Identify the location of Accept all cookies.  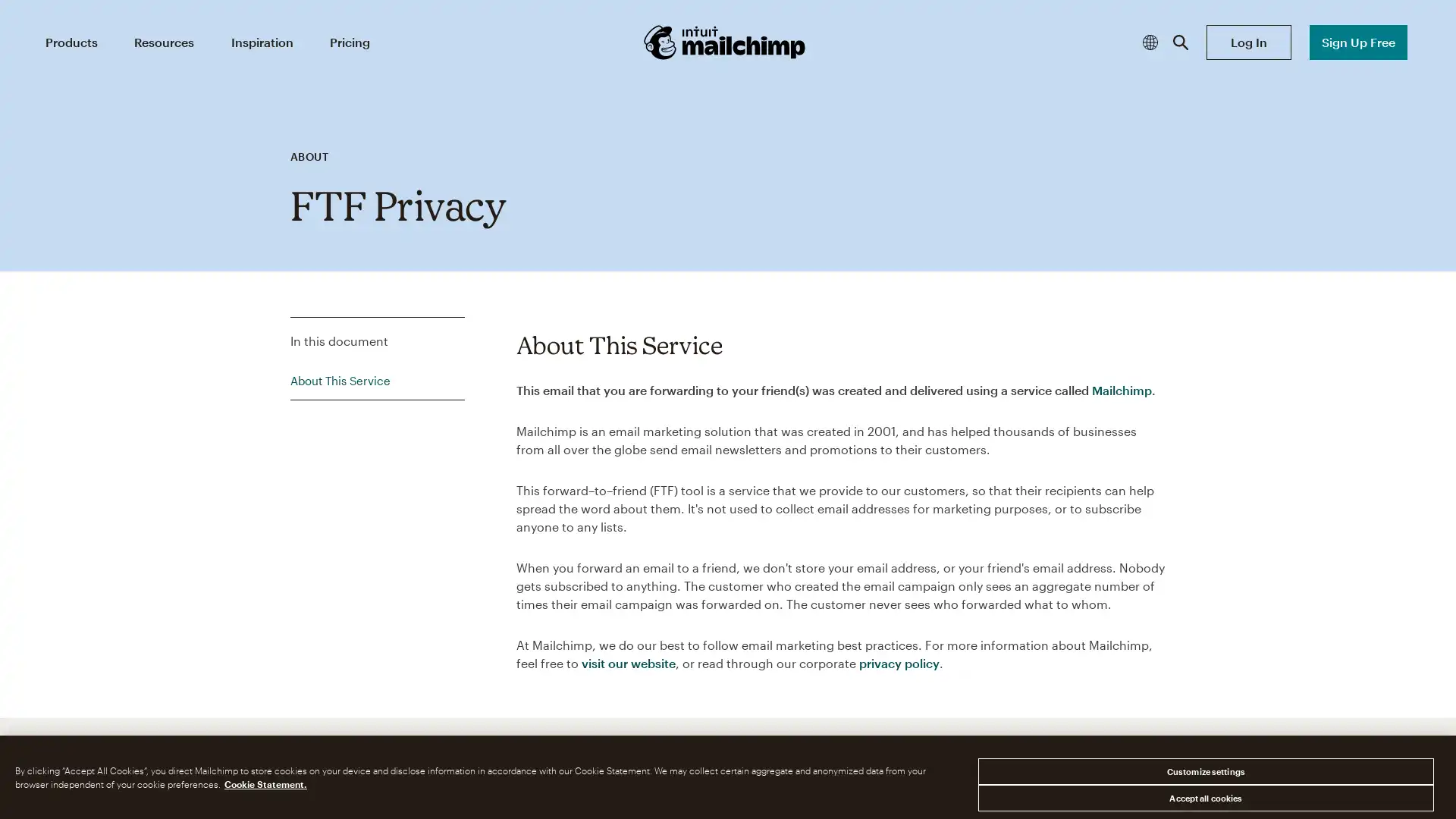
(1204, 797).